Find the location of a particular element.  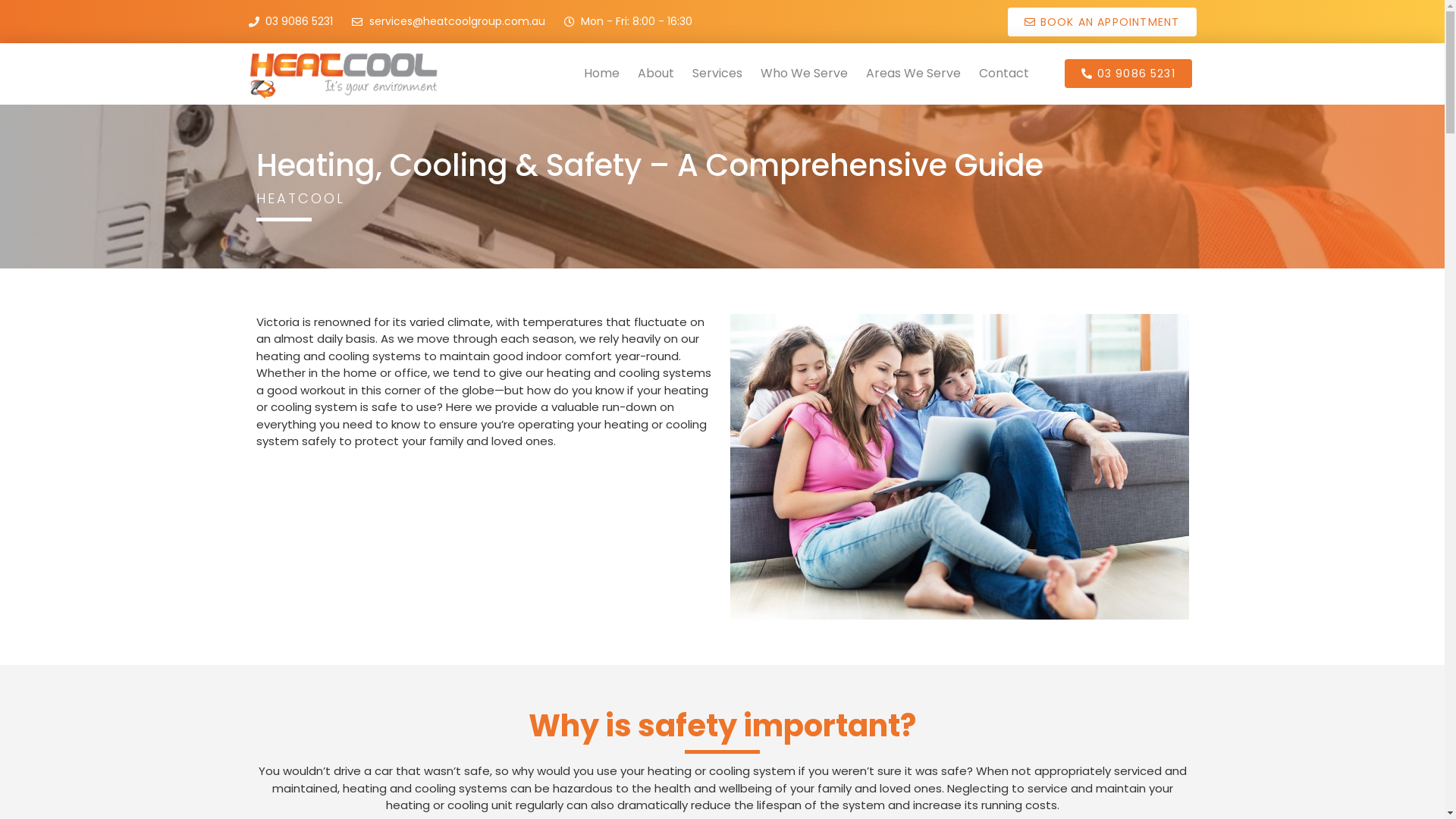

'Areas We Serve' is located at coordinates (912, 73).